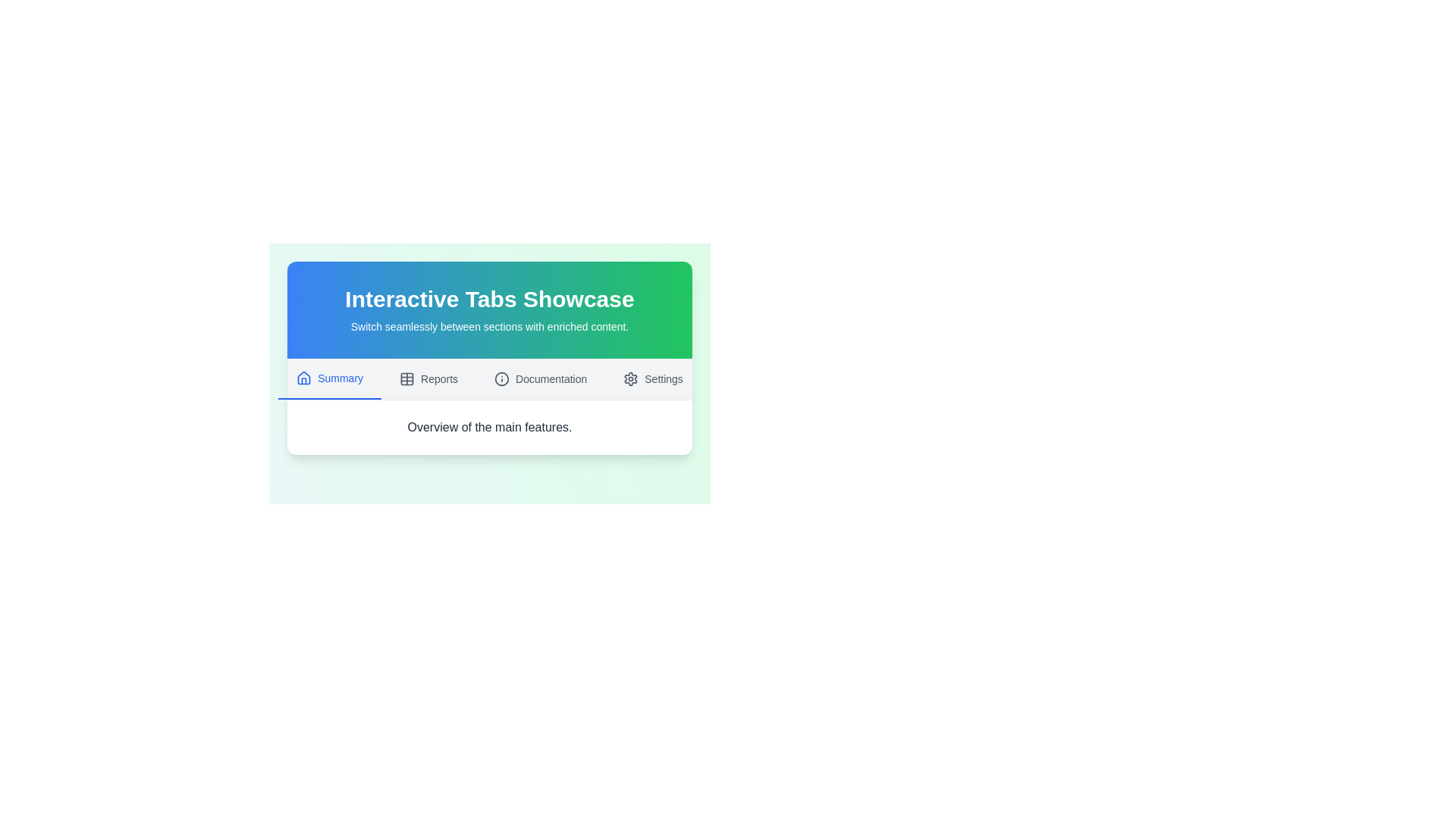 The image size is (1456, 819). What do you see at coordinates (490, 427) in the screenshot?
I see `the text label displaying 'Overview of the main features.' which is located below the tab navigation bar and is horizontally centered on the page` at bounding box center [490, 427].